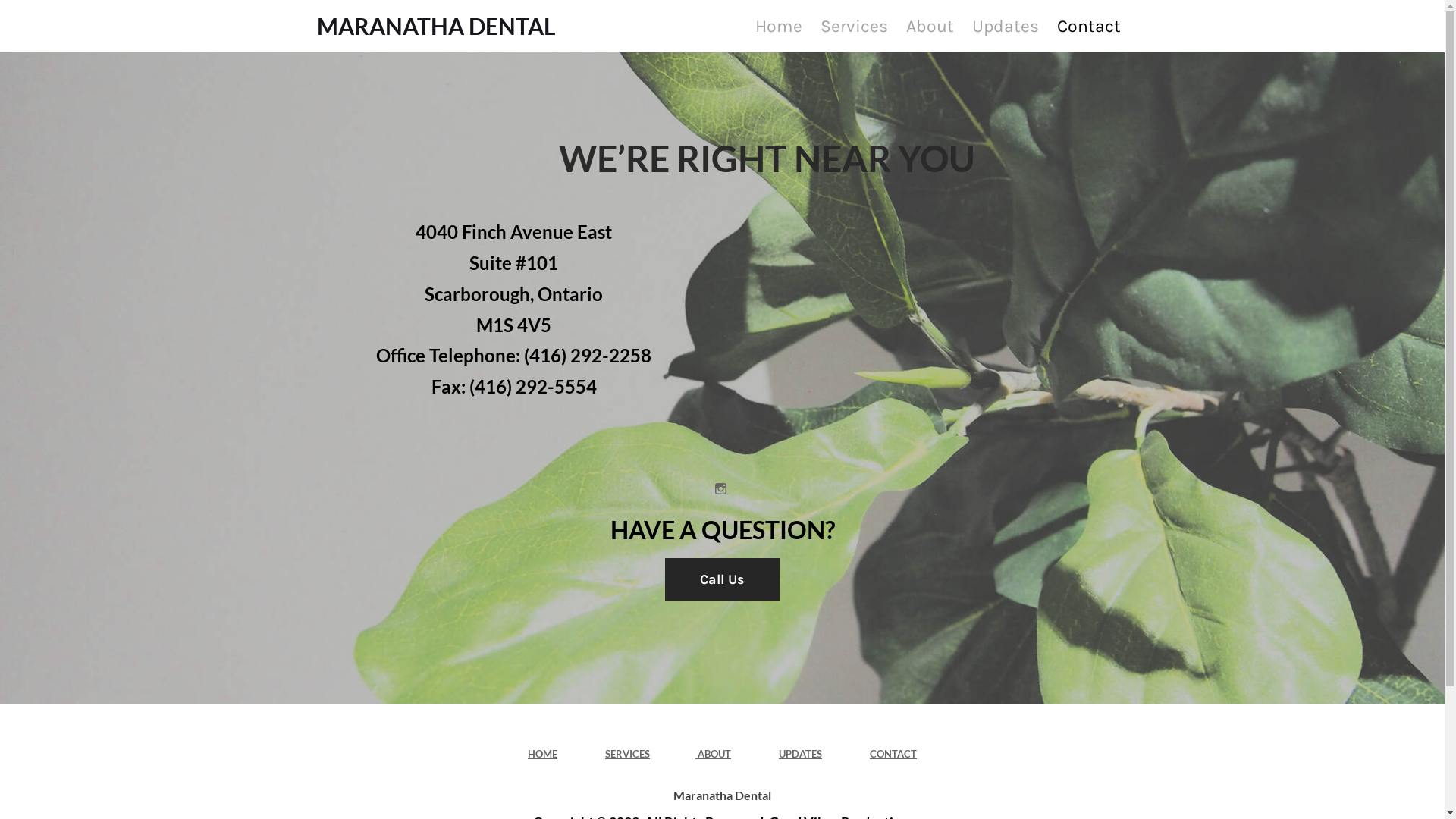  What do you see at coordinates (627, 754) in the screenshot?
I see `'SERVICES'` at bounding box center [627, 754].